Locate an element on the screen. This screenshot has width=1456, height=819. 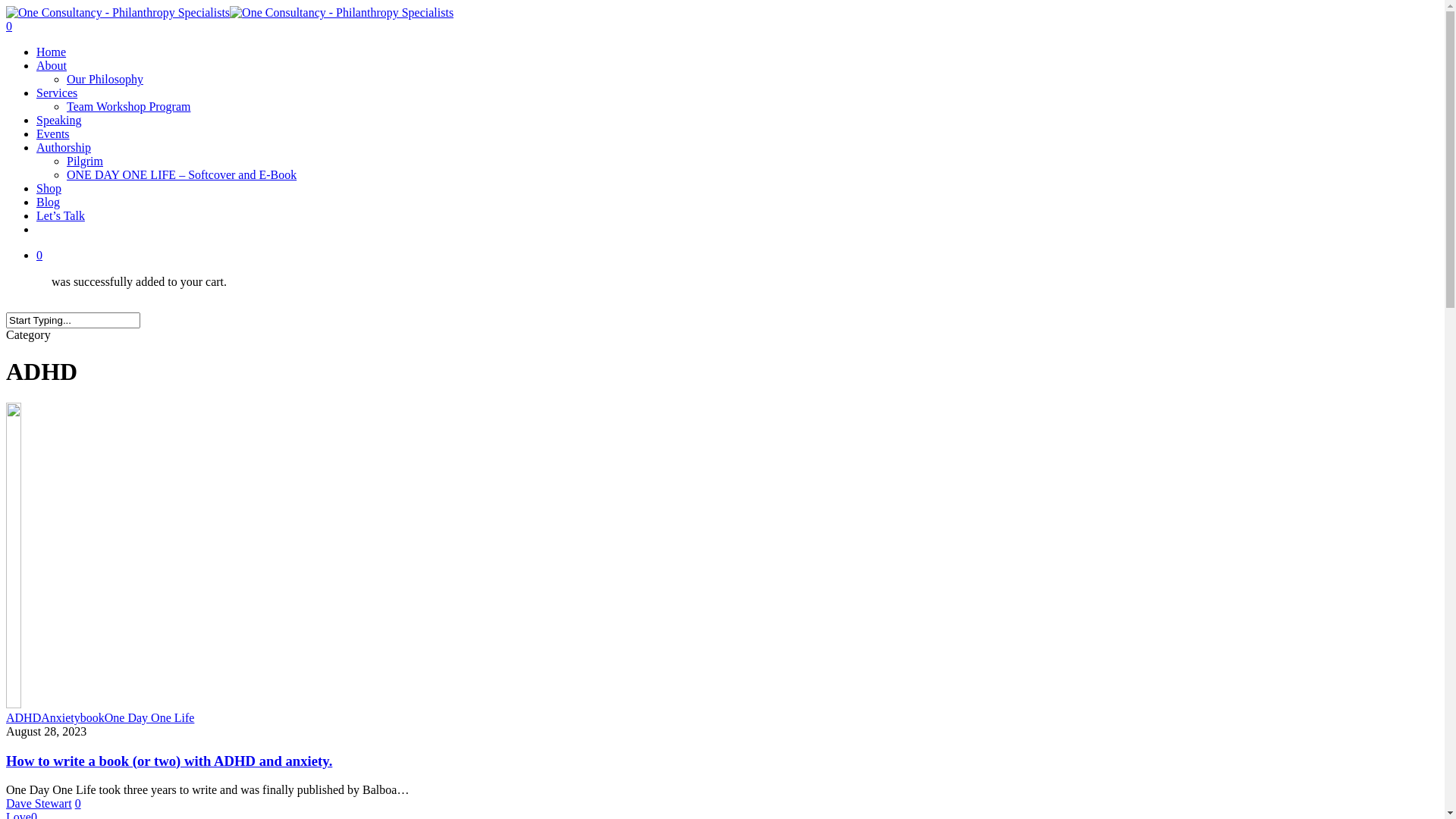
'Skip to main content' is located at coordinates (5, 5).